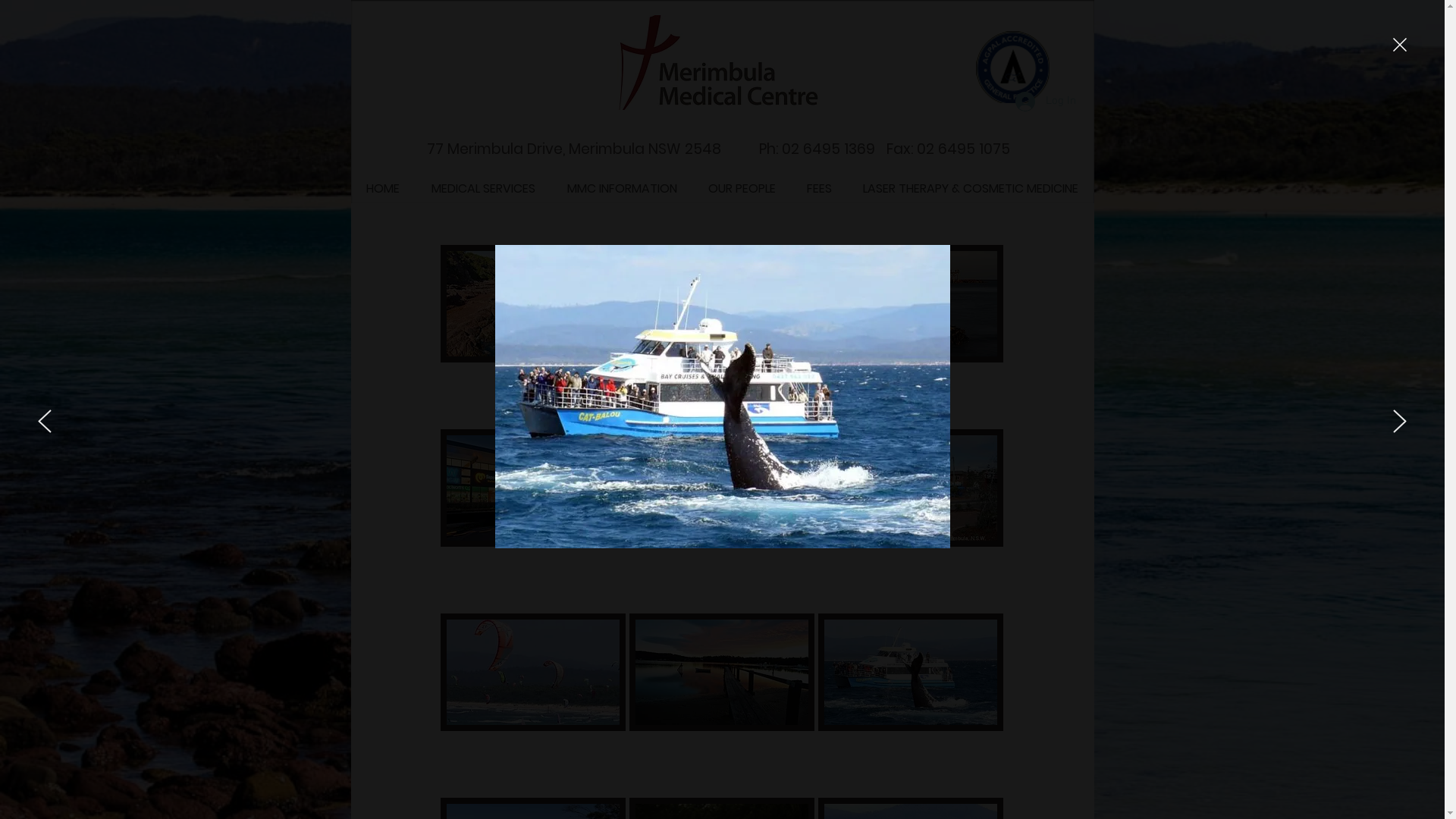 This screenshot has width=1456, height=819. Describe the element at coordinates (415, 188) in the screenshot. I see `'MEDICAL SERVICES'` at that location.